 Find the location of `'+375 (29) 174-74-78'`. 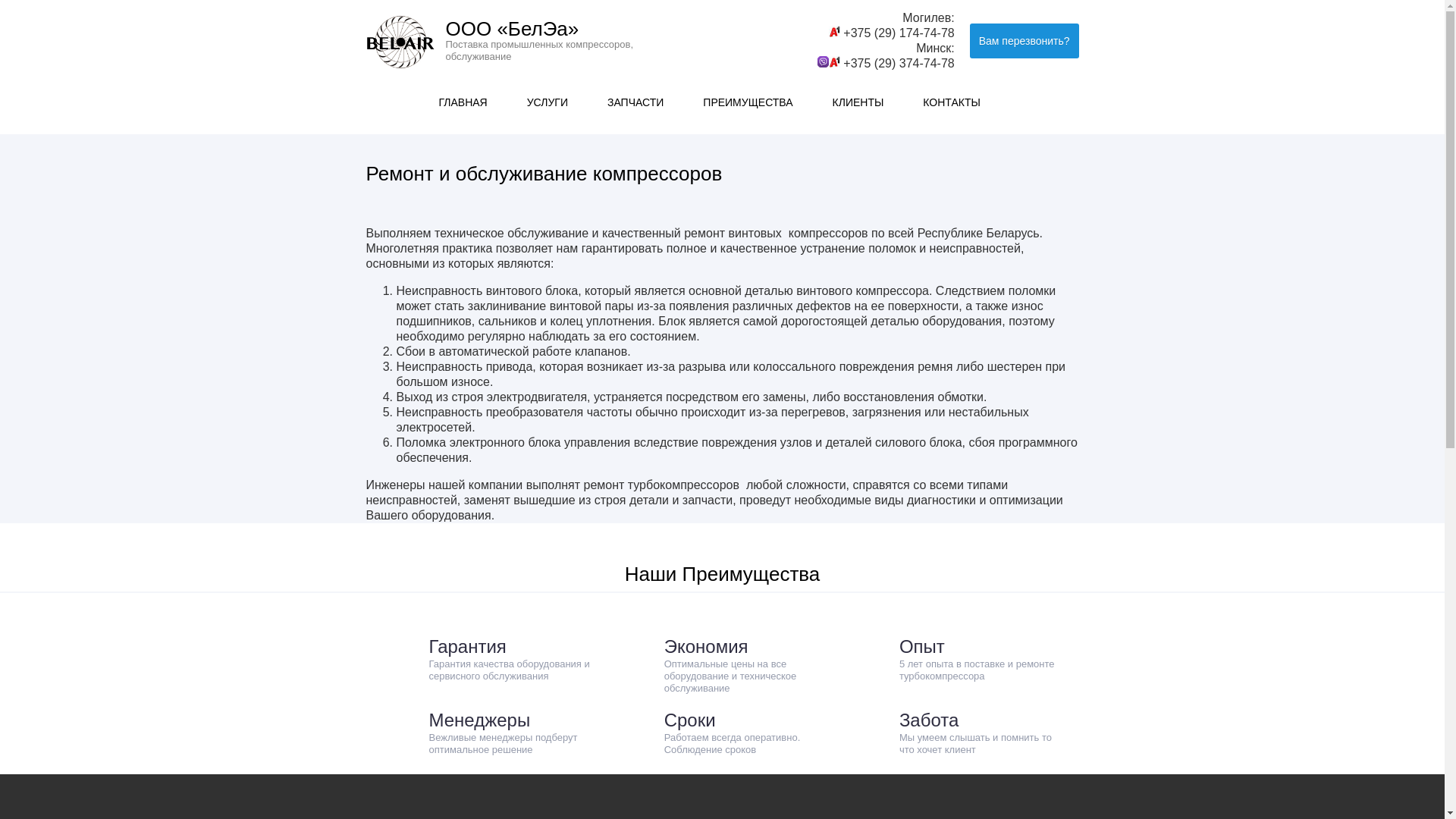

'+375 (29) 174-74-78' is located at coordinates (899, 33).